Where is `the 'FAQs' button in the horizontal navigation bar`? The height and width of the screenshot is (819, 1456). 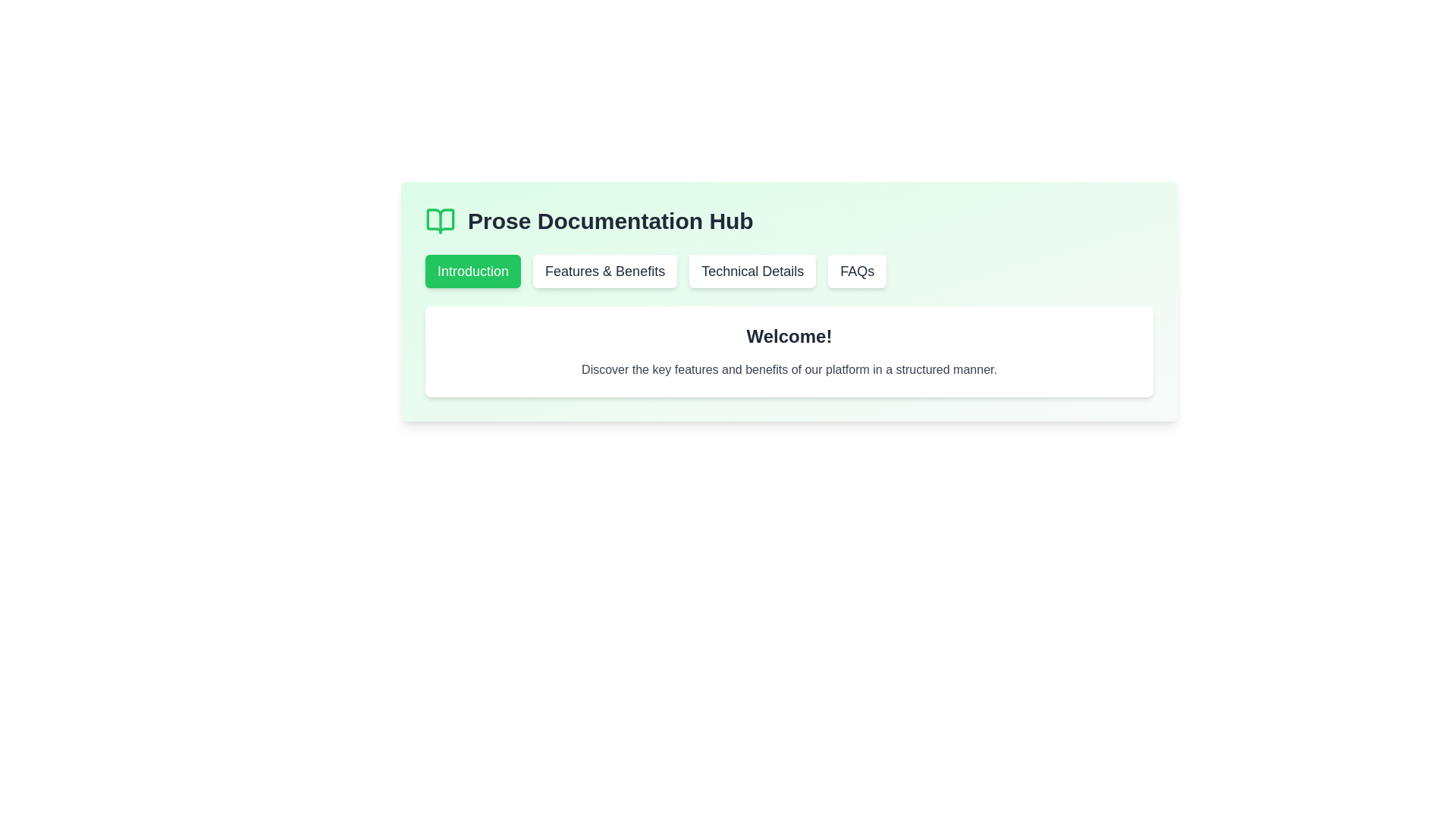 the 'FAQs' button in the horizontal navigation bar is located at coordinates (857, 271).